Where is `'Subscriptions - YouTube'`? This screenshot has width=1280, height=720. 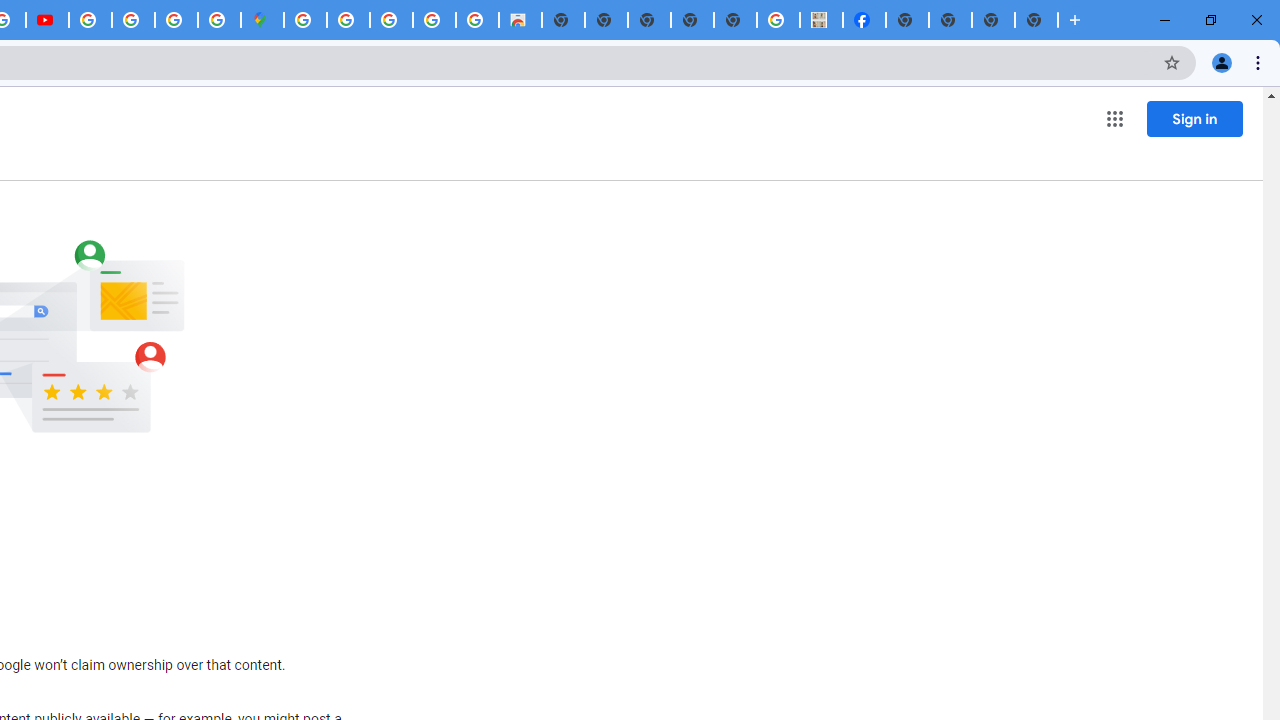 'Subscriptions - YouTube' is located at coordinates (47, 20).